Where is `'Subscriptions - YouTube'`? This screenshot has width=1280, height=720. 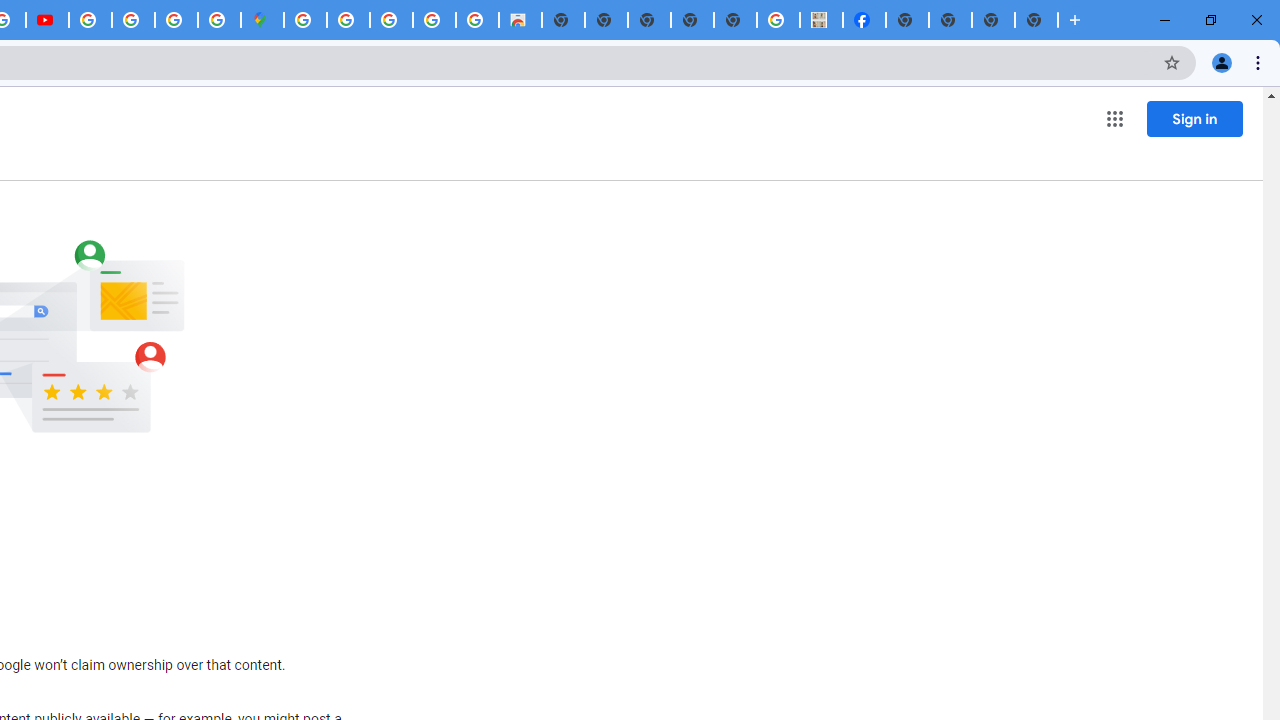 'Subscriptions - YouTube' is located at coordinates (47, 20).